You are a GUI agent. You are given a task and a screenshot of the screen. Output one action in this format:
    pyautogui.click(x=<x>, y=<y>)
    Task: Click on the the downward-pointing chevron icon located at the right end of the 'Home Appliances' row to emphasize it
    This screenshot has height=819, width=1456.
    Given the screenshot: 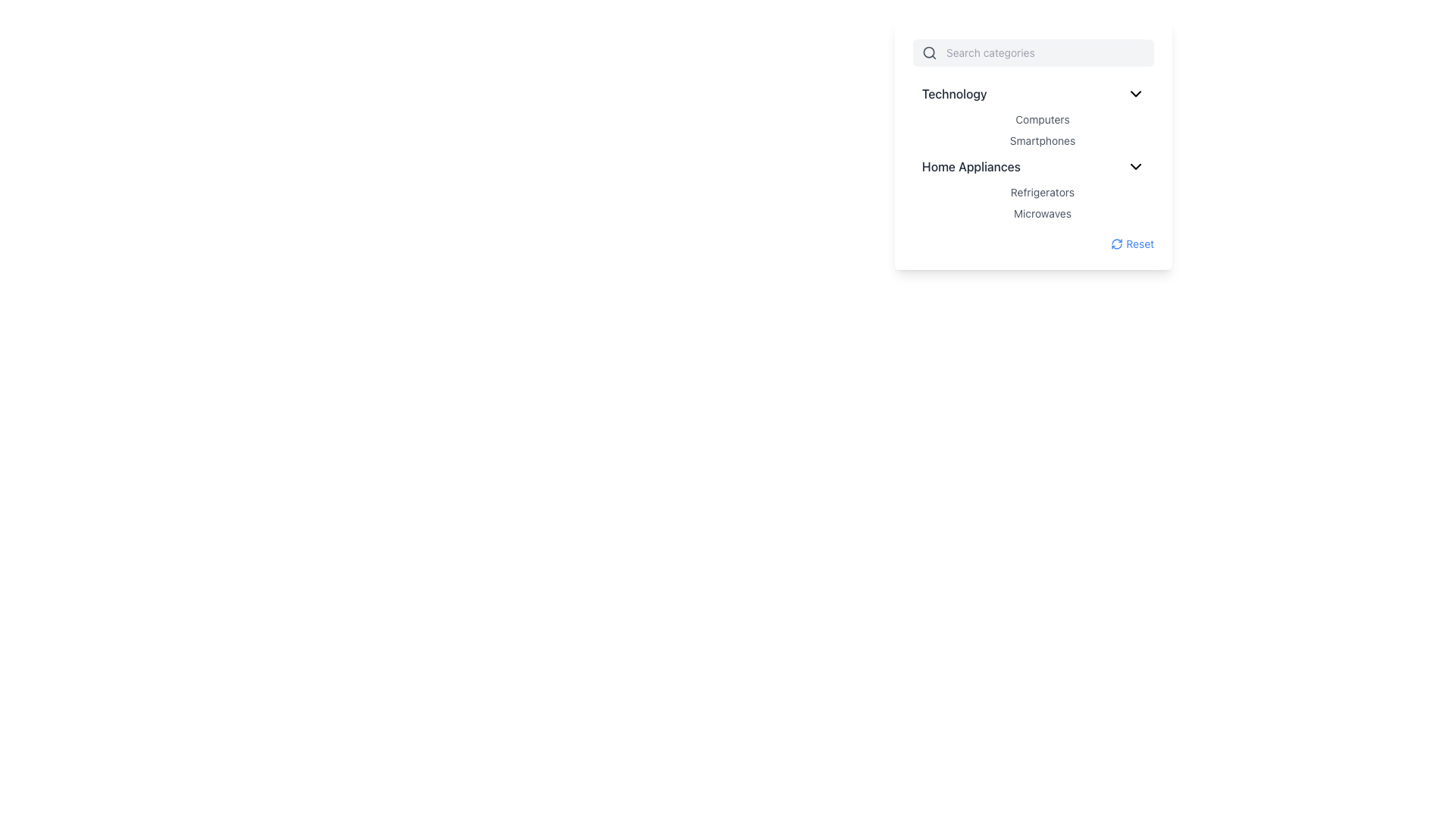 What is the action you would take?
    pyautogui.click(x=1135, y=166)
    